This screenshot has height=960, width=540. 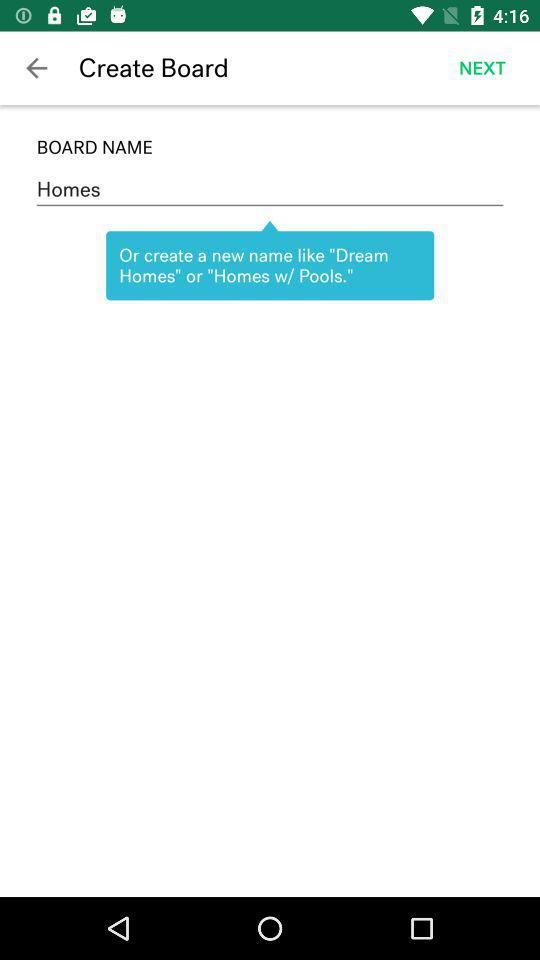 What do you see at coordinates (36, 68) in the screenshot?
I see `item next to create board icon` at bounding box center [36, 68].